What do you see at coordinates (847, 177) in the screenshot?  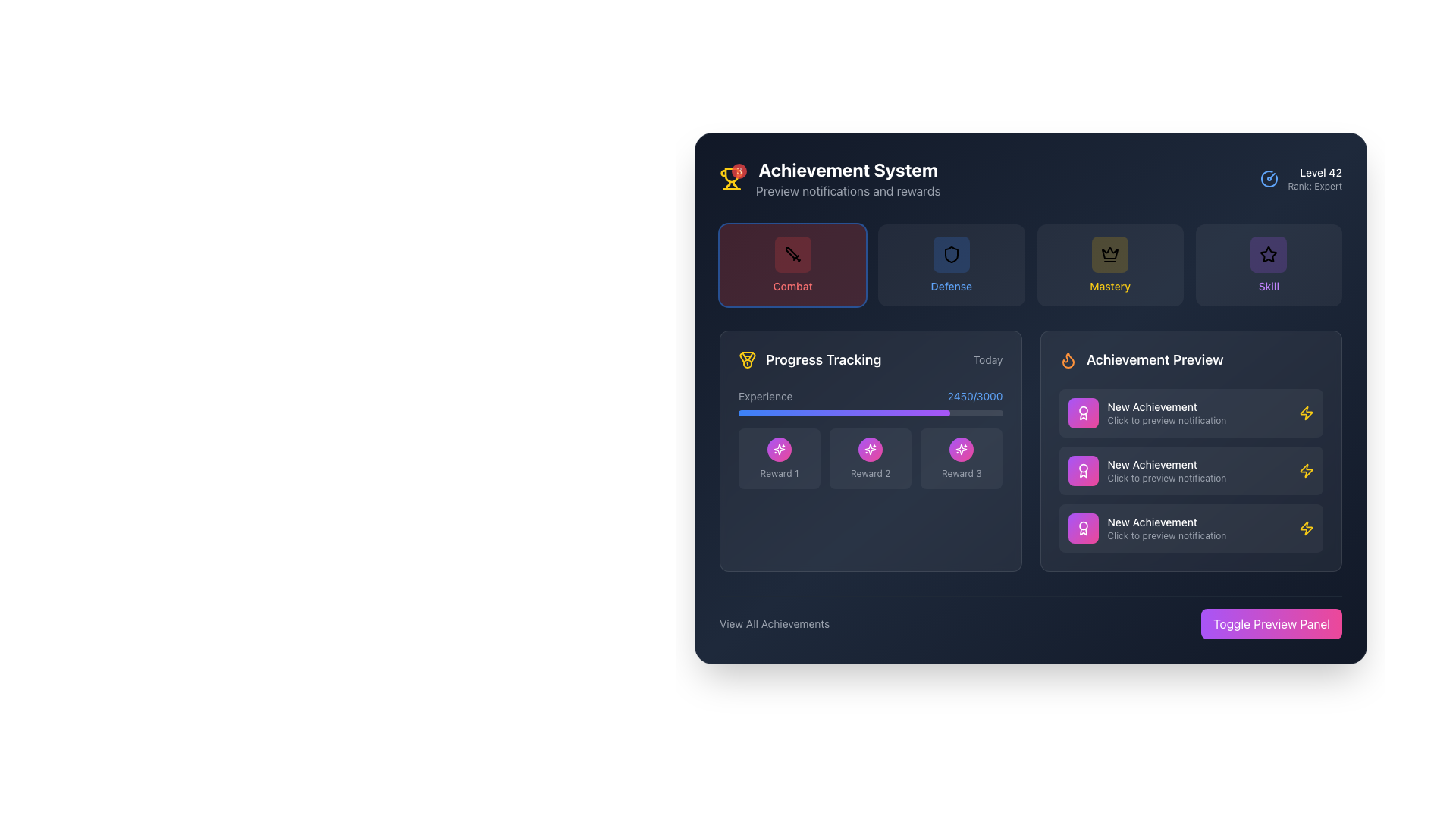 I see `the heading element that indicates the 'Achievement System' and provides a preview of notifications and rewards, located in the top-left corner of the card-like component` at bounding box center [847, 177].